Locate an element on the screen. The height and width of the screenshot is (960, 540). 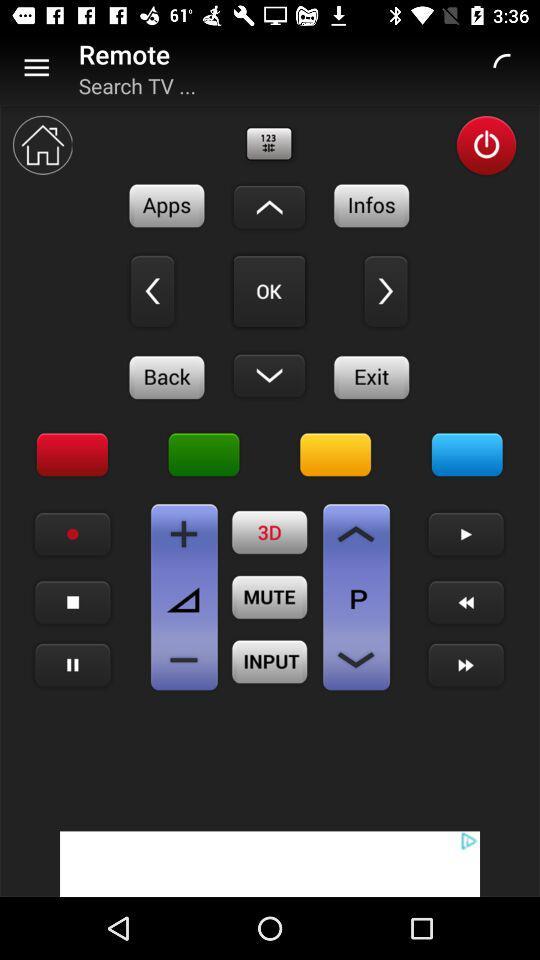
the av_rewind icon is located at coordinates (269, 290).